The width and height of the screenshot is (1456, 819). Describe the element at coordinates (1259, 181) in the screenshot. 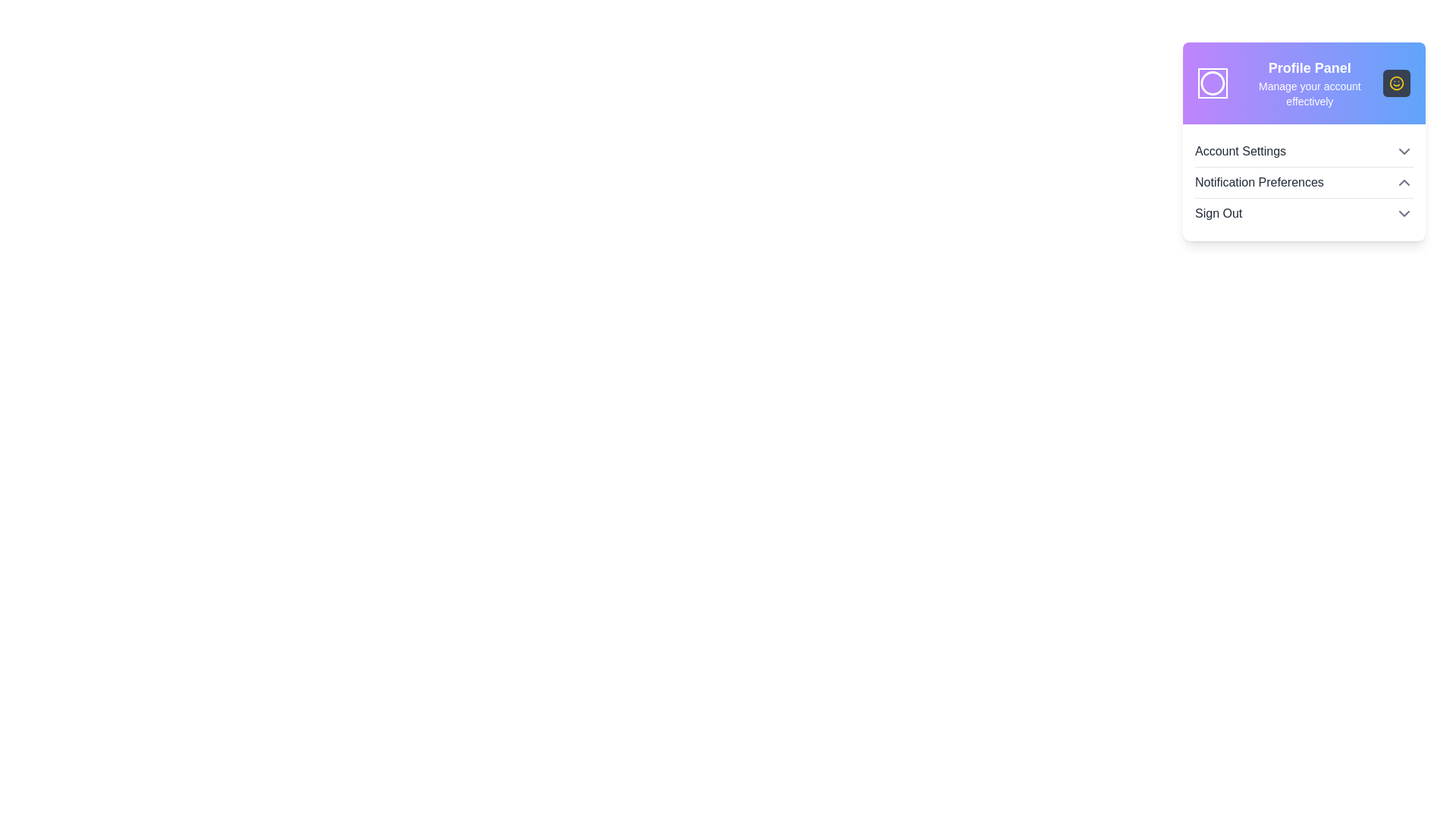

I see `to select the 'Notification Preferences' text label, which is the second item in the dropdown menu located below 'Account Settings'` at that location.